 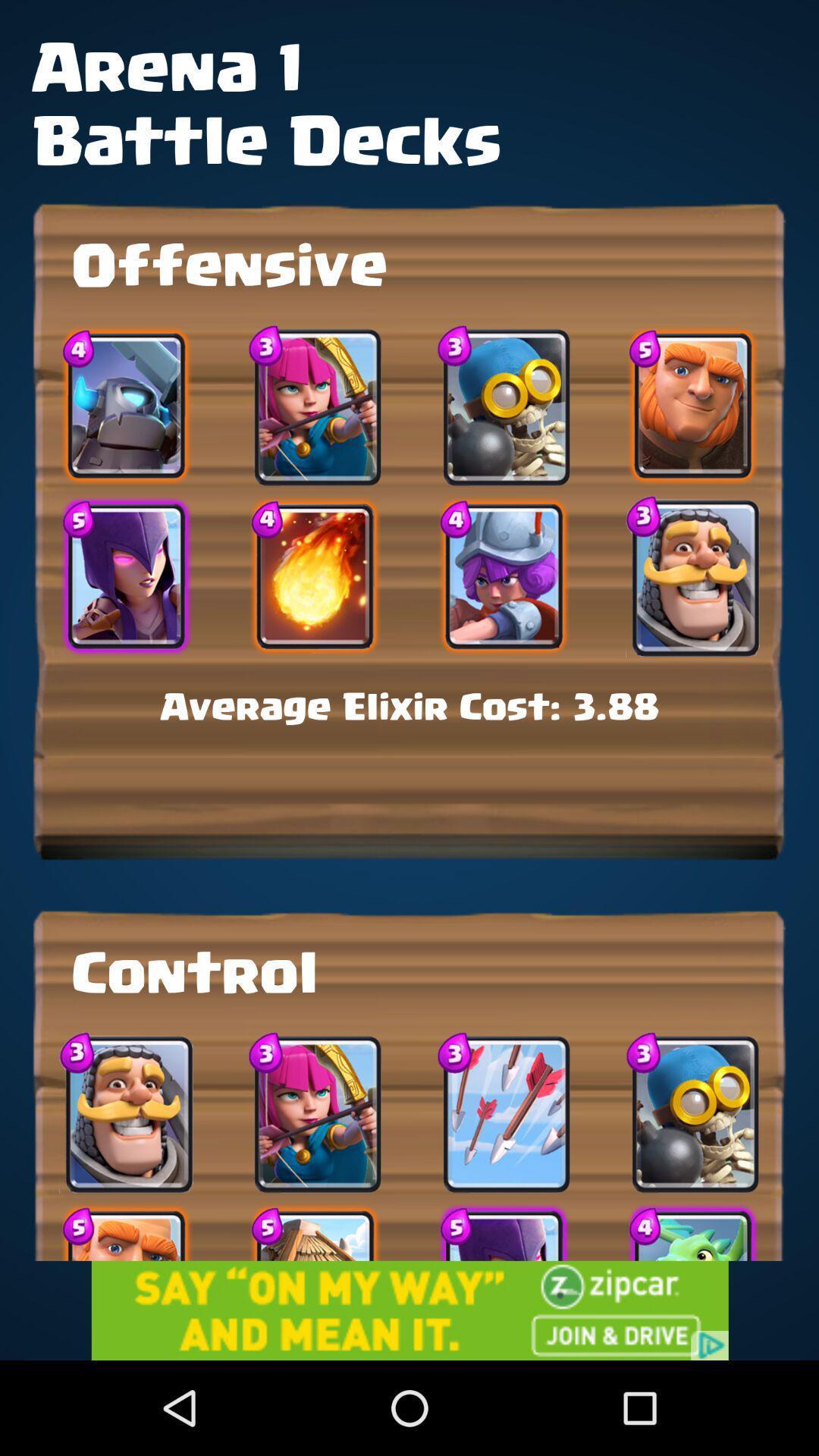 What do you see at coordinates (409, 1310) in the screenshot?
I see `advertisement for zipcar app` at bounding box center [409, 1310].